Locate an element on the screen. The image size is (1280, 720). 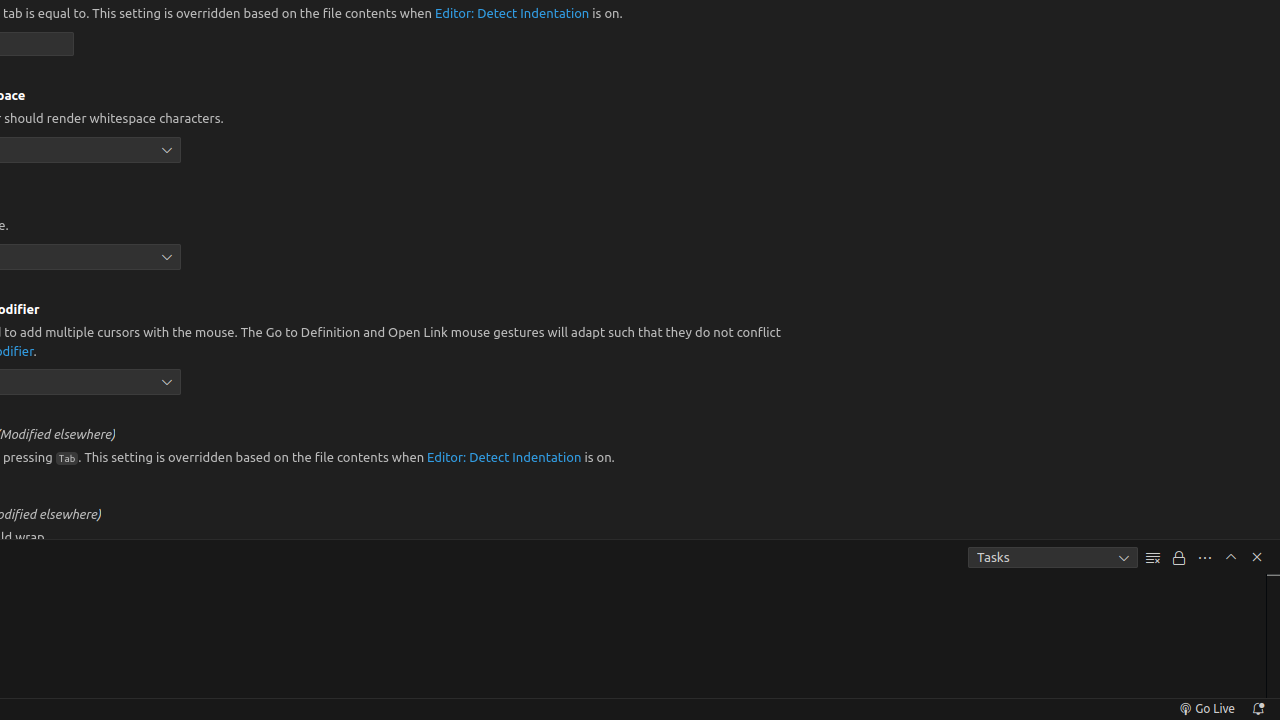
'Hide Panel' is located at coordinates (1255, 556).